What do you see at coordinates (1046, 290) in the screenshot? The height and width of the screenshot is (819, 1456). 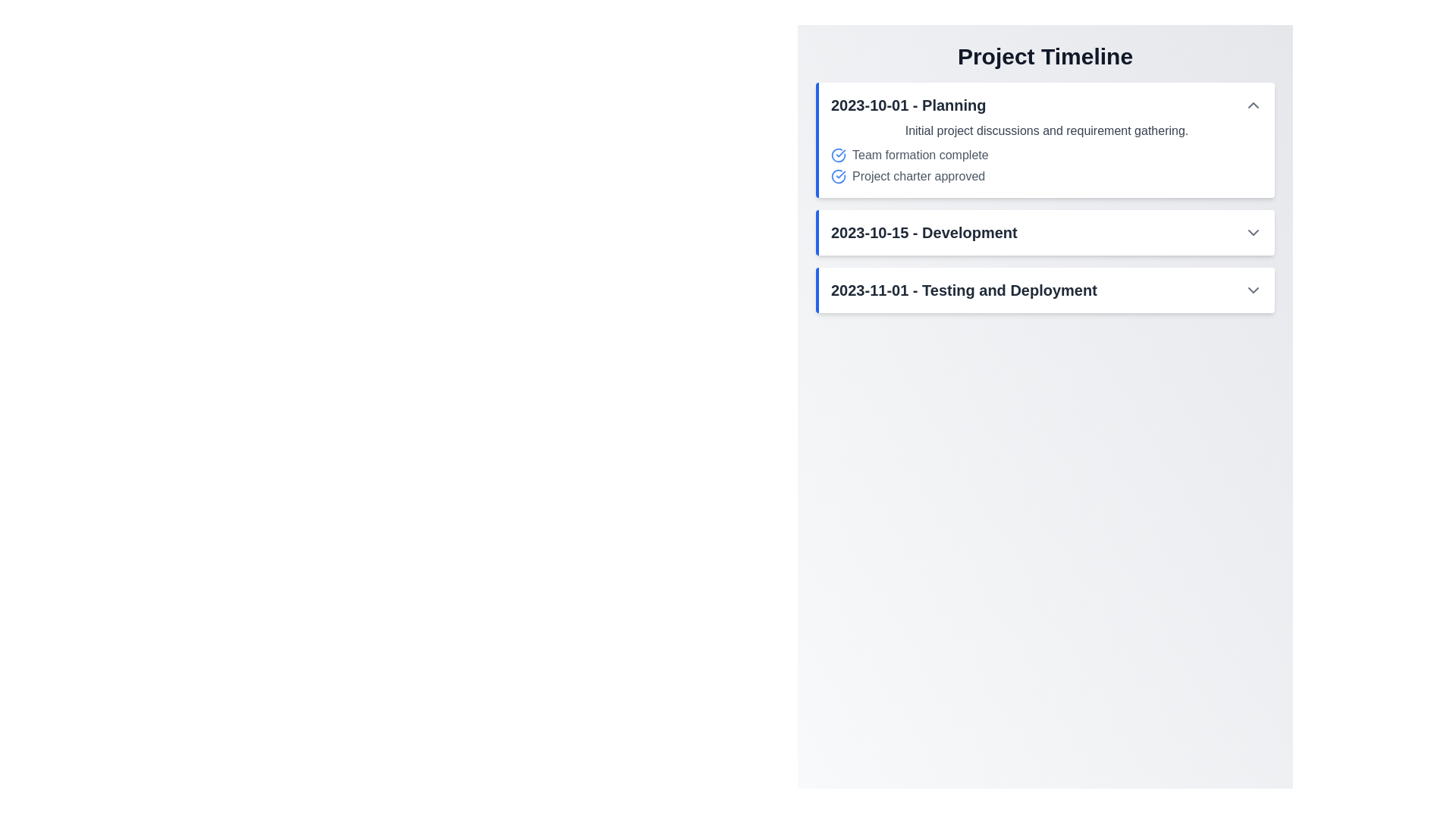 I see `the 'Testing and Deployment' text label, which indicates a specific date and milestone in the project timeline, located in the third card of the vertically stacked list` at bounding box center [1046, 290].